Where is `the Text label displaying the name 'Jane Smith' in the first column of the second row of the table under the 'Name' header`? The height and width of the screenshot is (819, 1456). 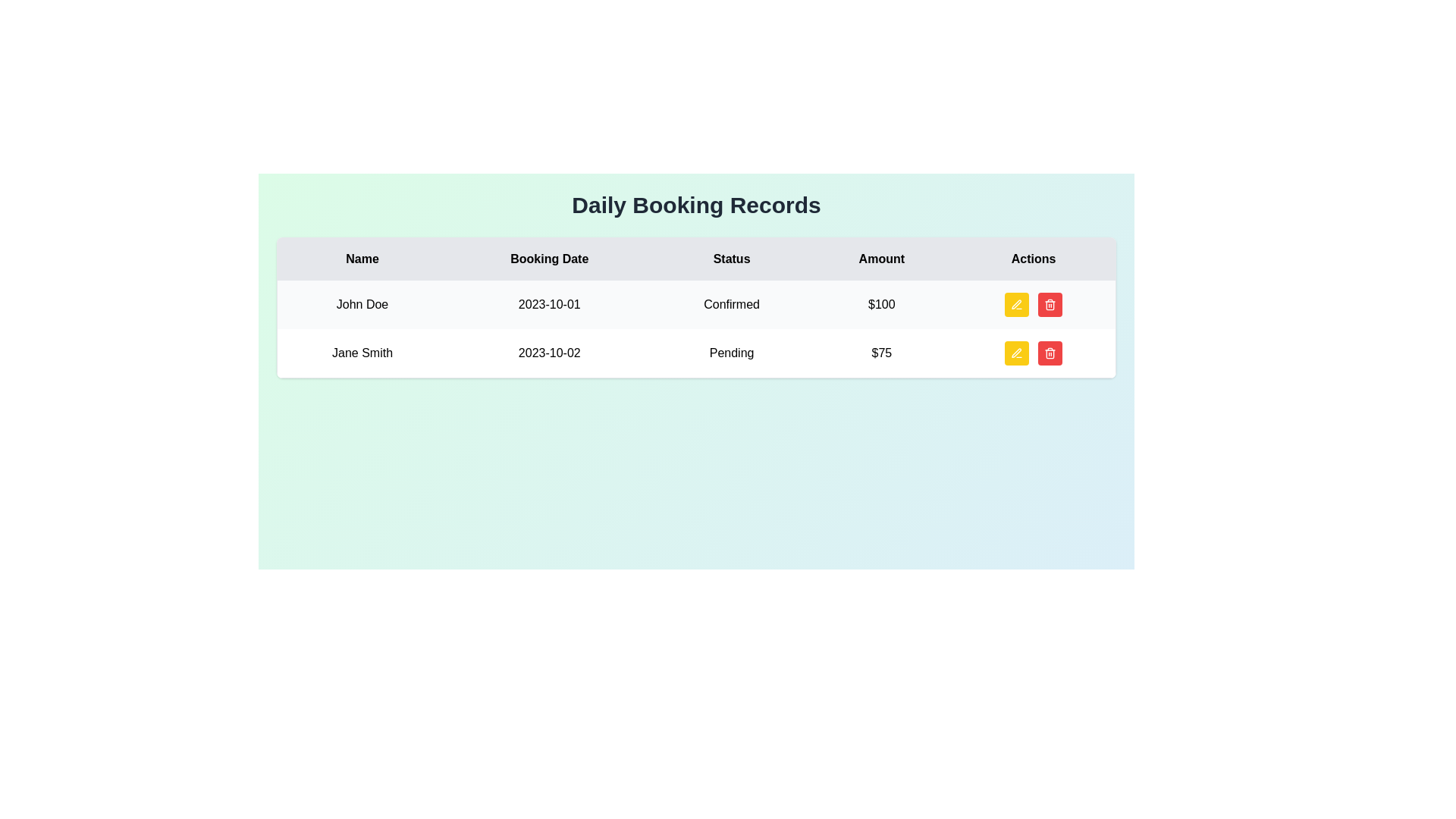 the Text label displaying the name 'Jane Smith' in the first column of the second row of the table under the 'Name' header is located at coordinates (361, 353).